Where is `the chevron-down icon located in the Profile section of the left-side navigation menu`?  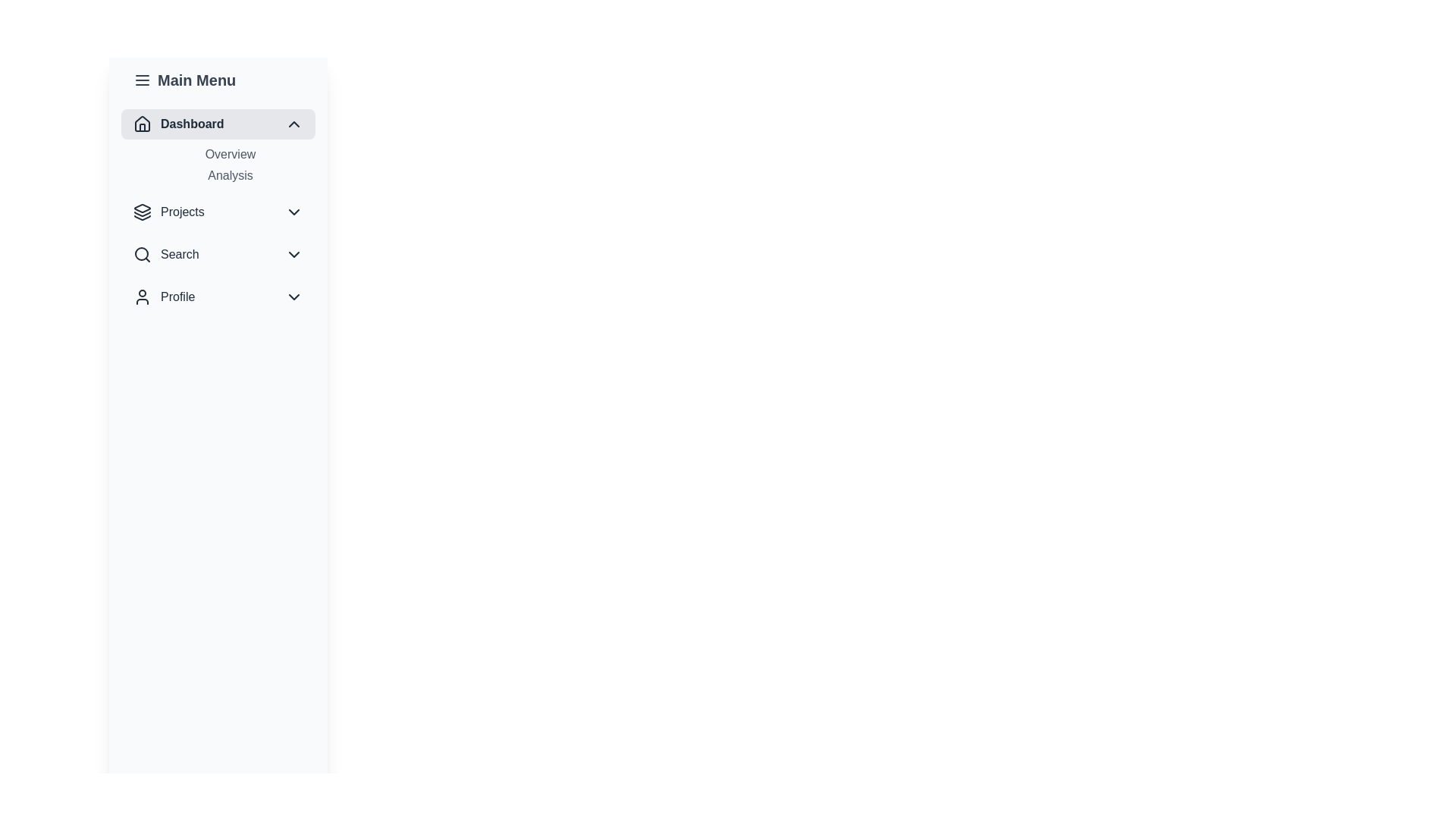
the chevron-down icon located in the Profile section of the left-side navigation menu is located at coordinates (294, 297).